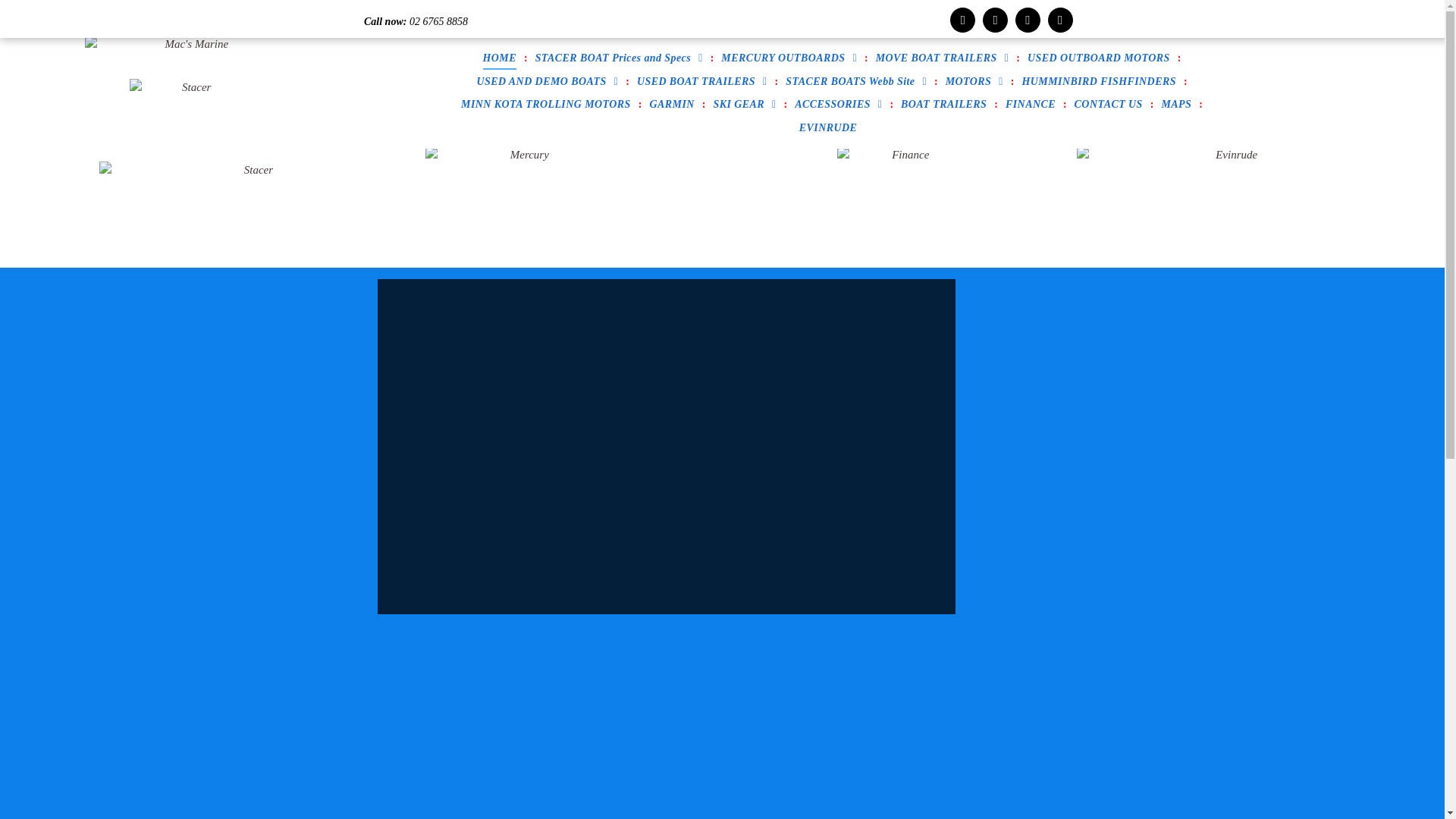  What do you see at coordinates (974, 81) in the screenshot?
I see `'MOTORS'` at bounding box center [974, 81].